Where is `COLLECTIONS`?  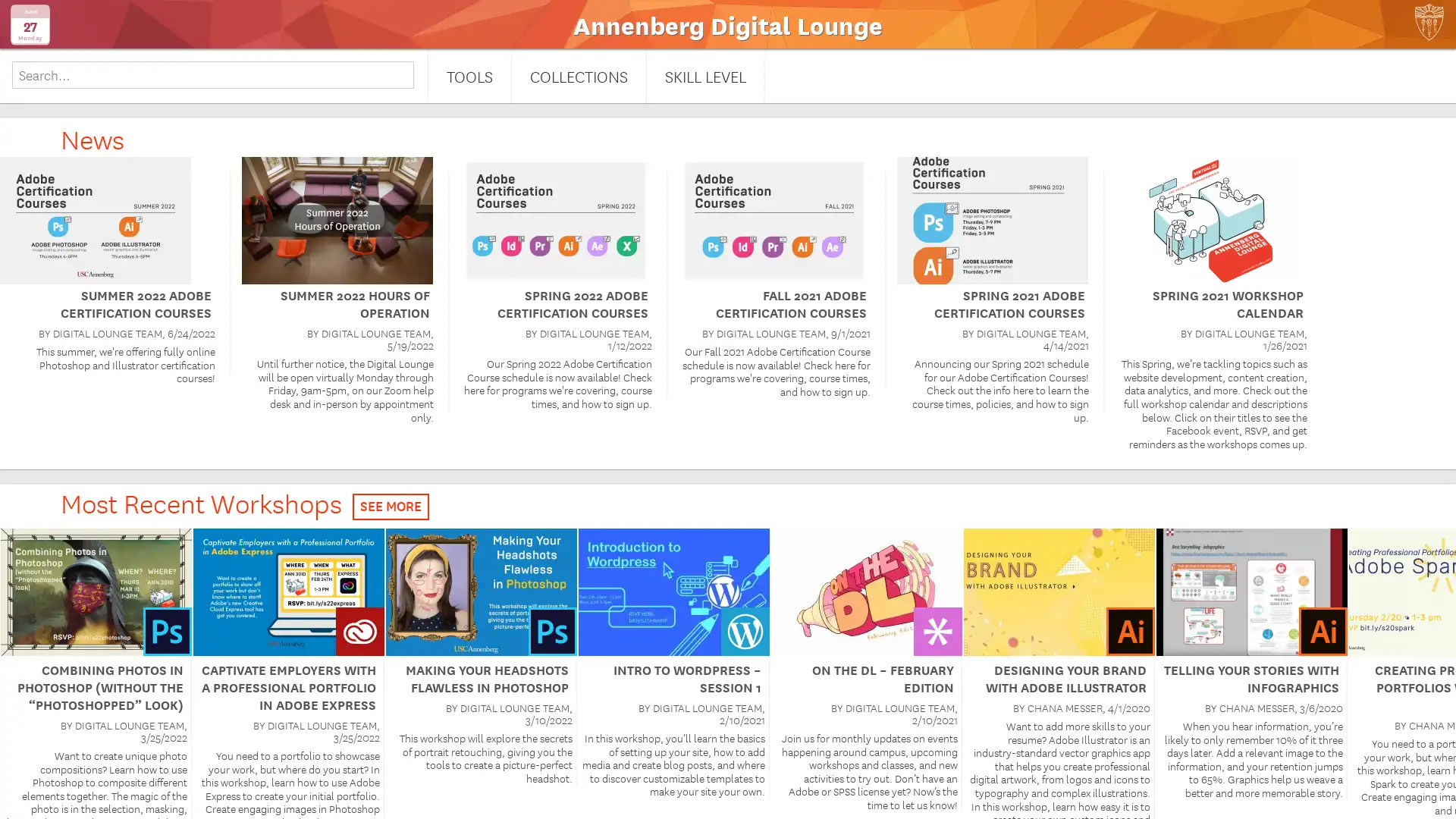 COLLECTIONS is located at coordinates (578, 76).